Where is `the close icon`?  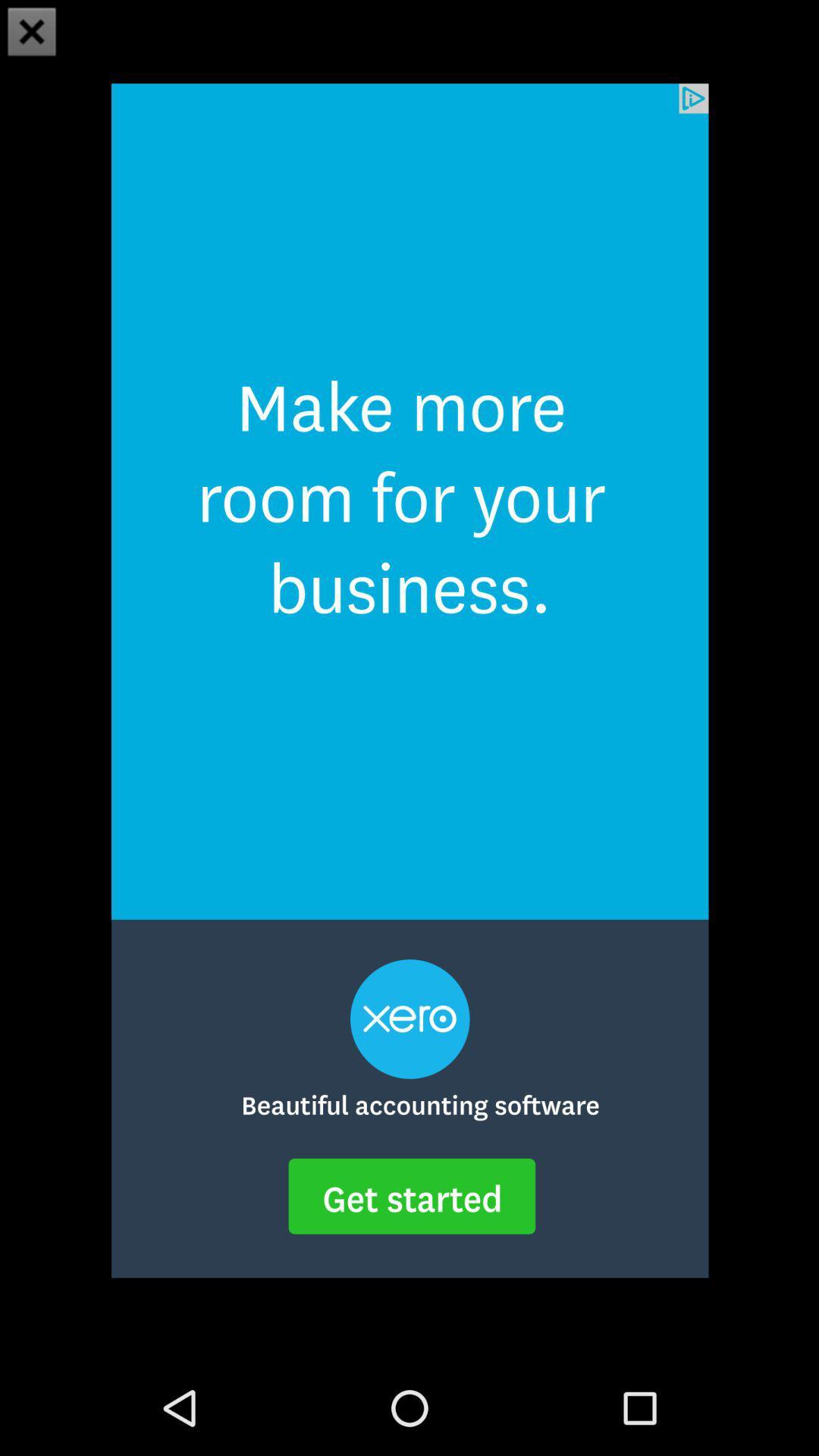 the close icon is located at coordinates (32, 33).